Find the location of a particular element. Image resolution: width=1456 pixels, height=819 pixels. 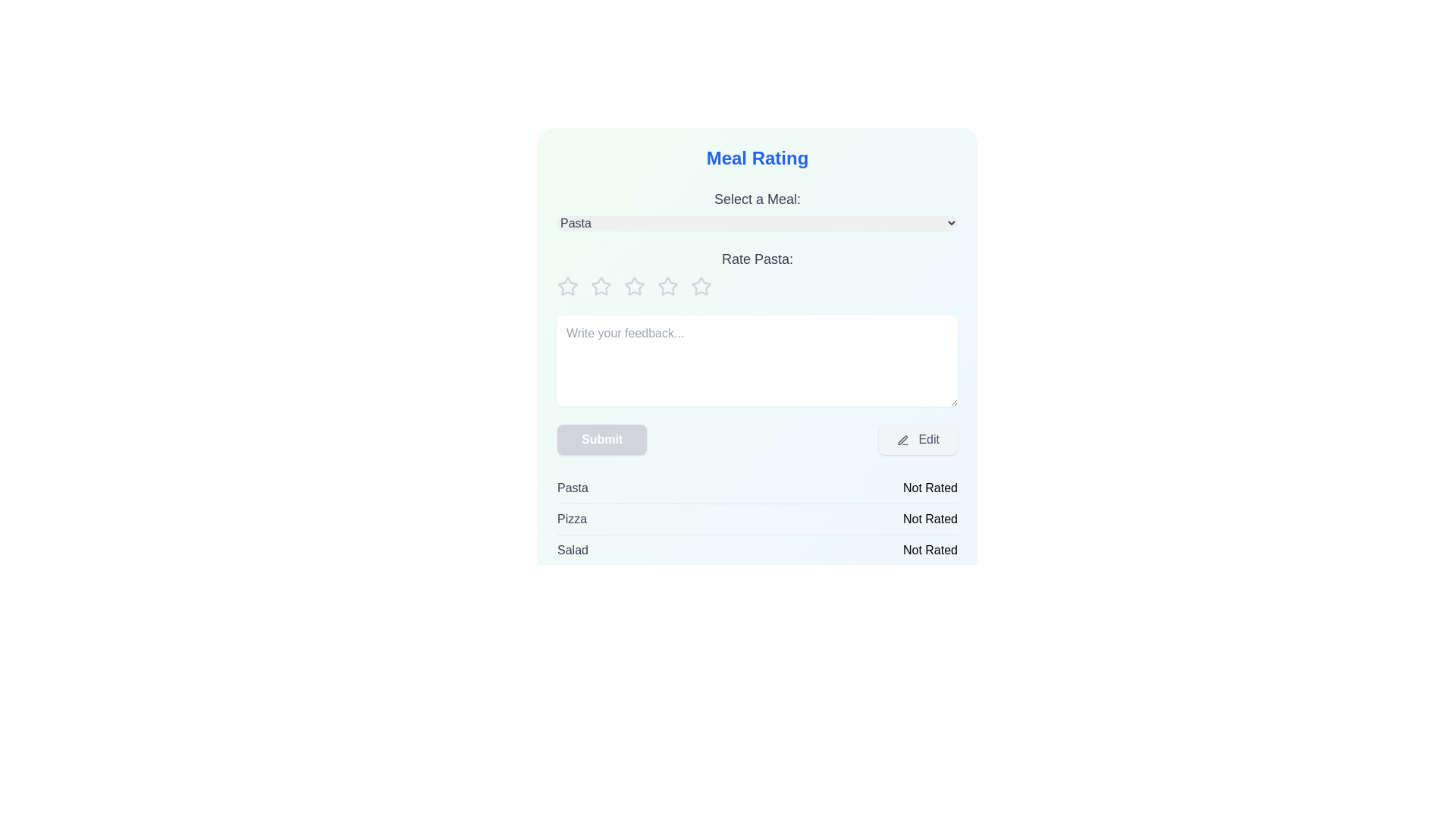

the second star icon in the rating system for the 'Pasta' category is located at coordinates (600, 286).